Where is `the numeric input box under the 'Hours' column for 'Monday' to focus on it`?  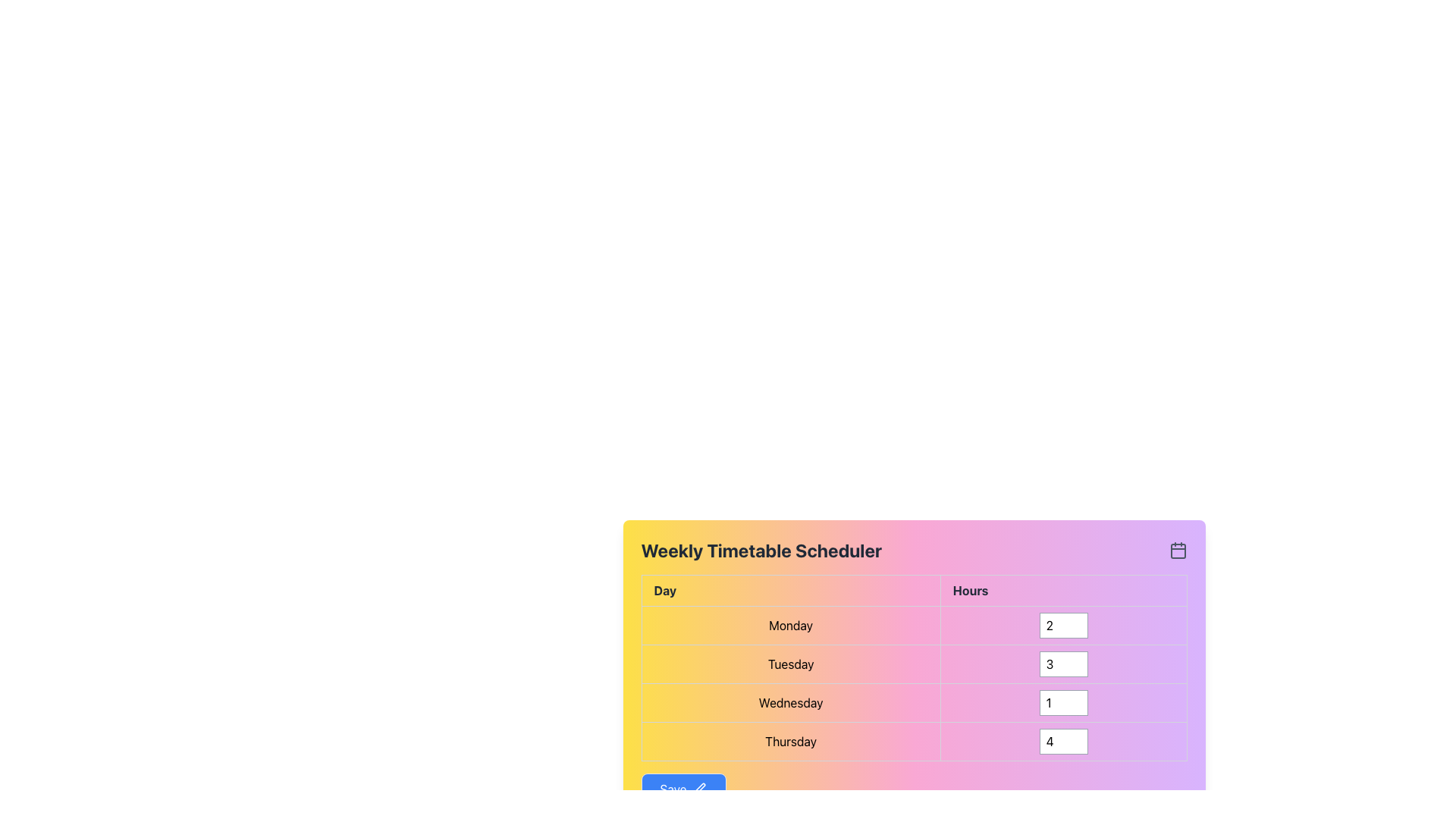 the numeric input box under the 'Hours' column for 'Monday' to focus on it is located at coordinates (1062, 626).